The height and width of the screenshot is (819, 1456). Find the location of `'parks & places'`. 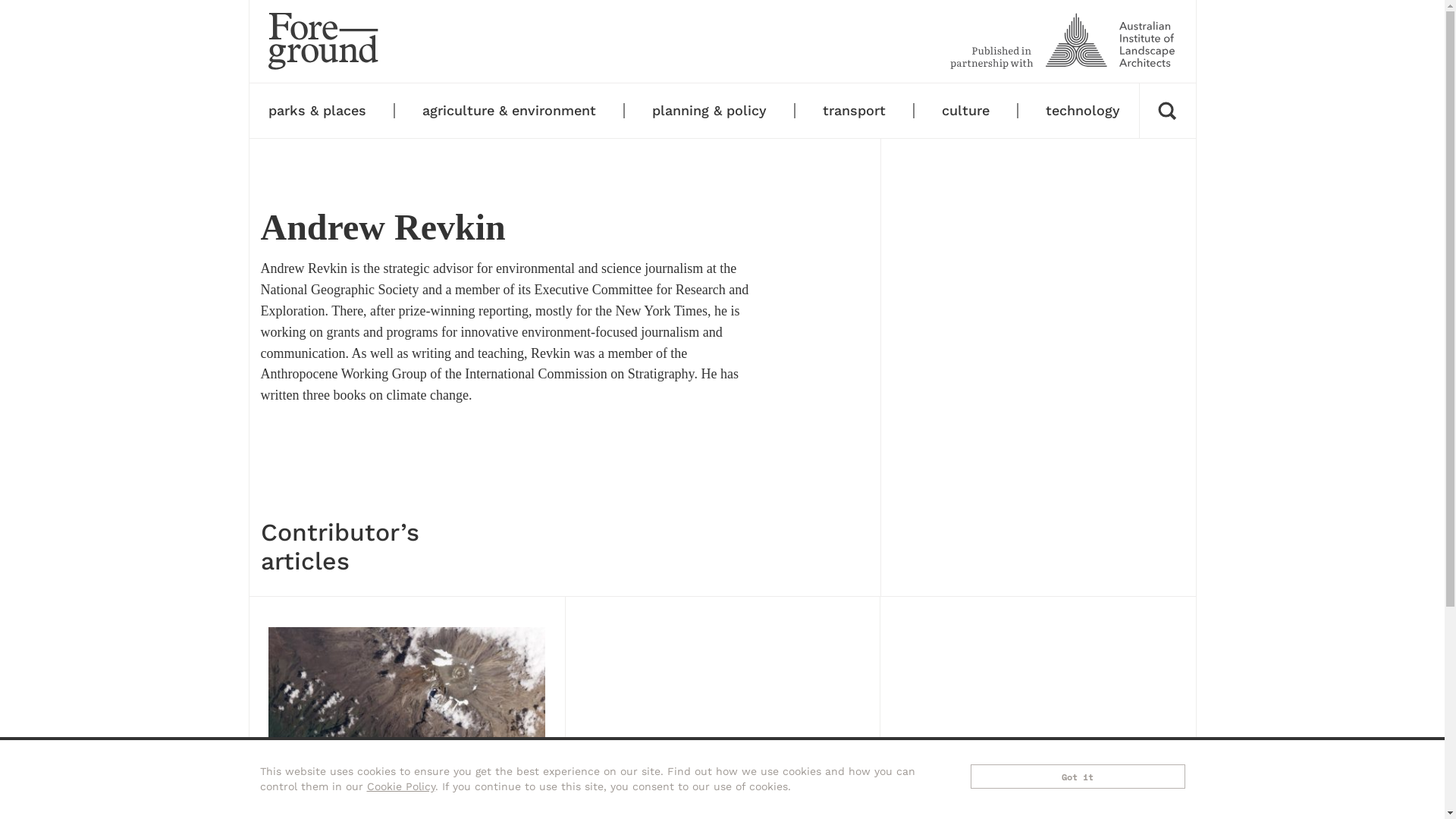

'parks & places' is located at coordinates (316, 110).